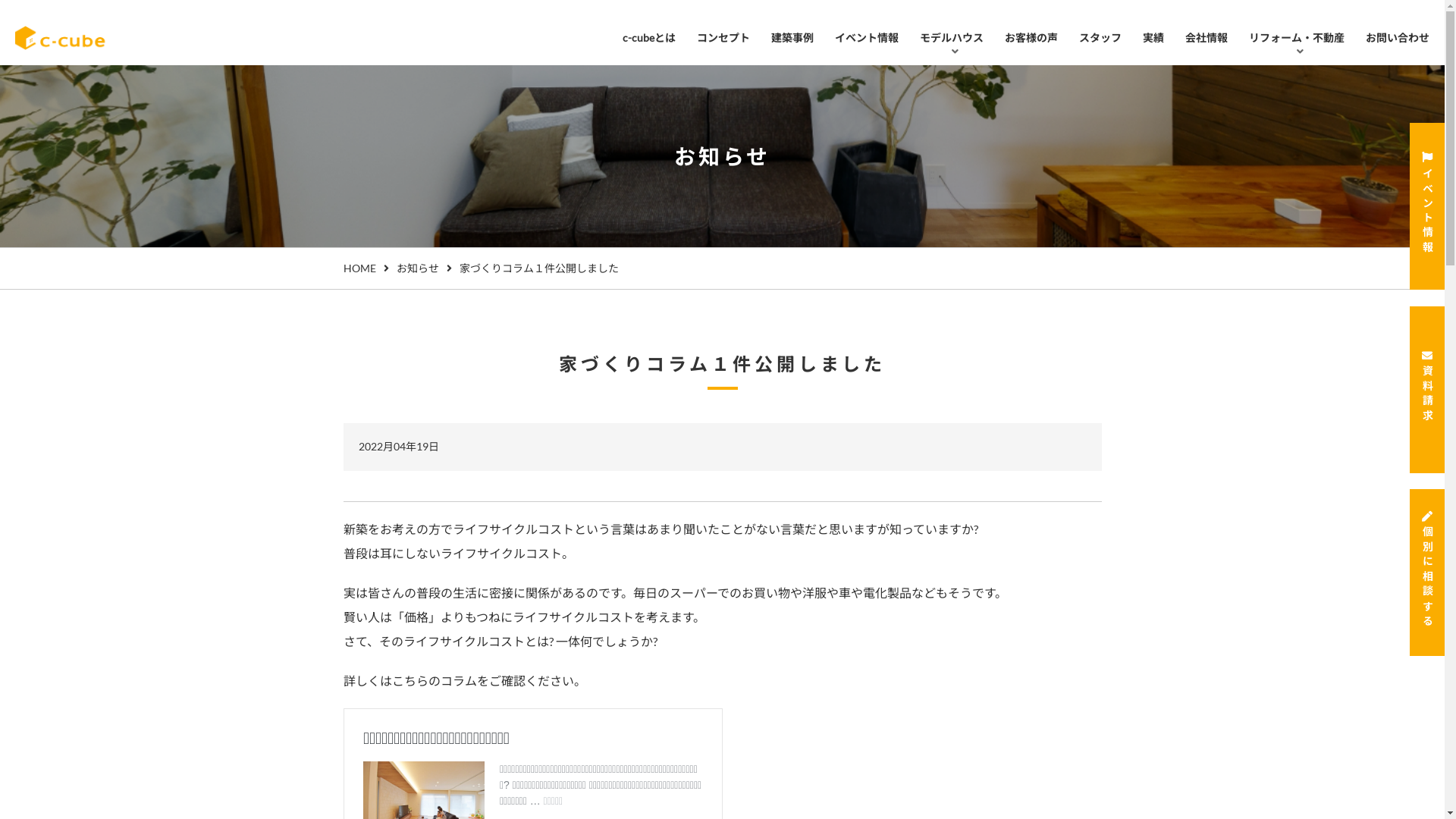 This screenshot has width=1456, height=819. Describe the element at coordinates (341, 267) in the screenshot. I see `'HOME'` at that location.